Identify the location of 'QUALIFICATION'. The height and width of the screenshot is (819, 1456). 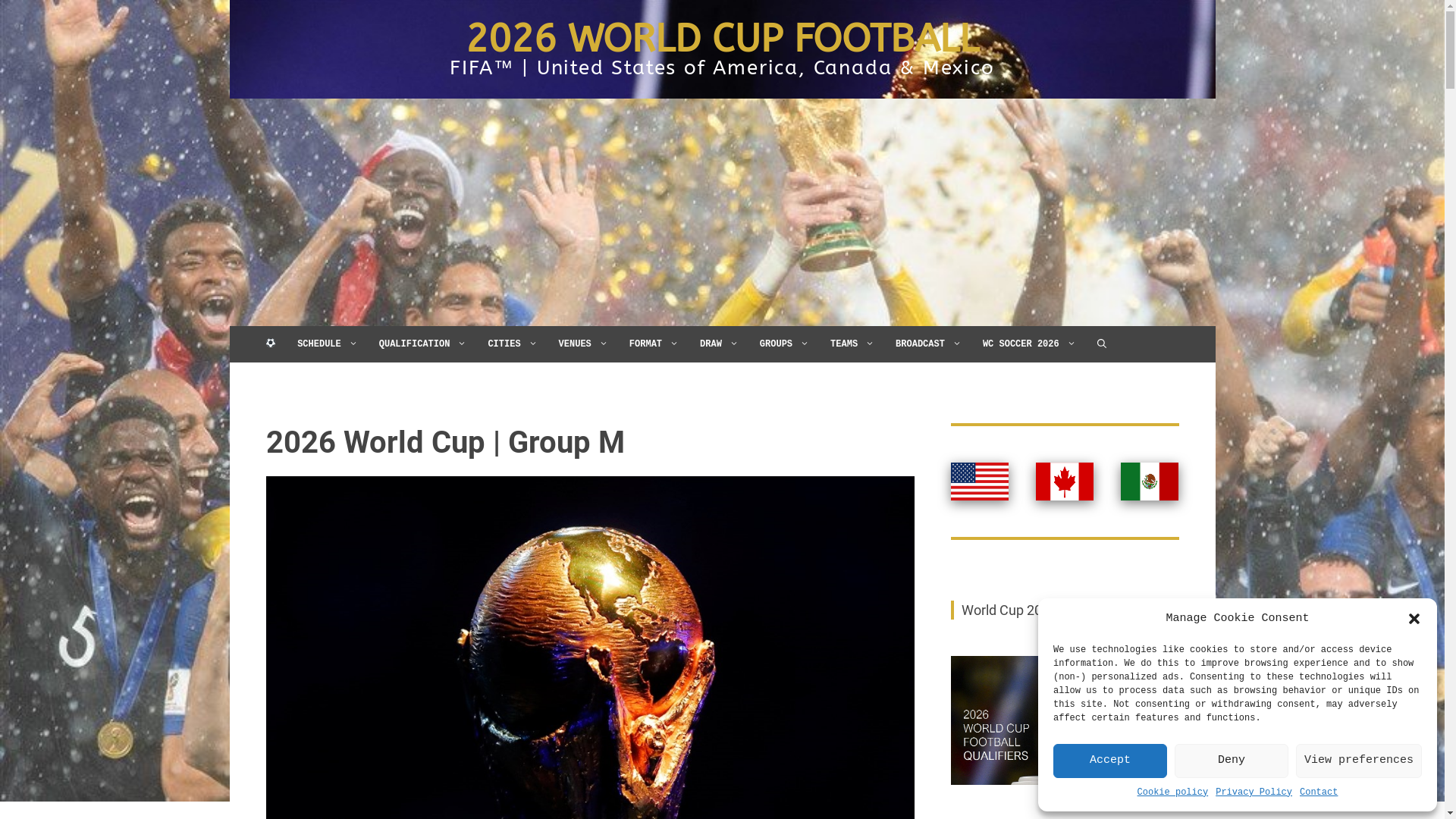
(368, 344).